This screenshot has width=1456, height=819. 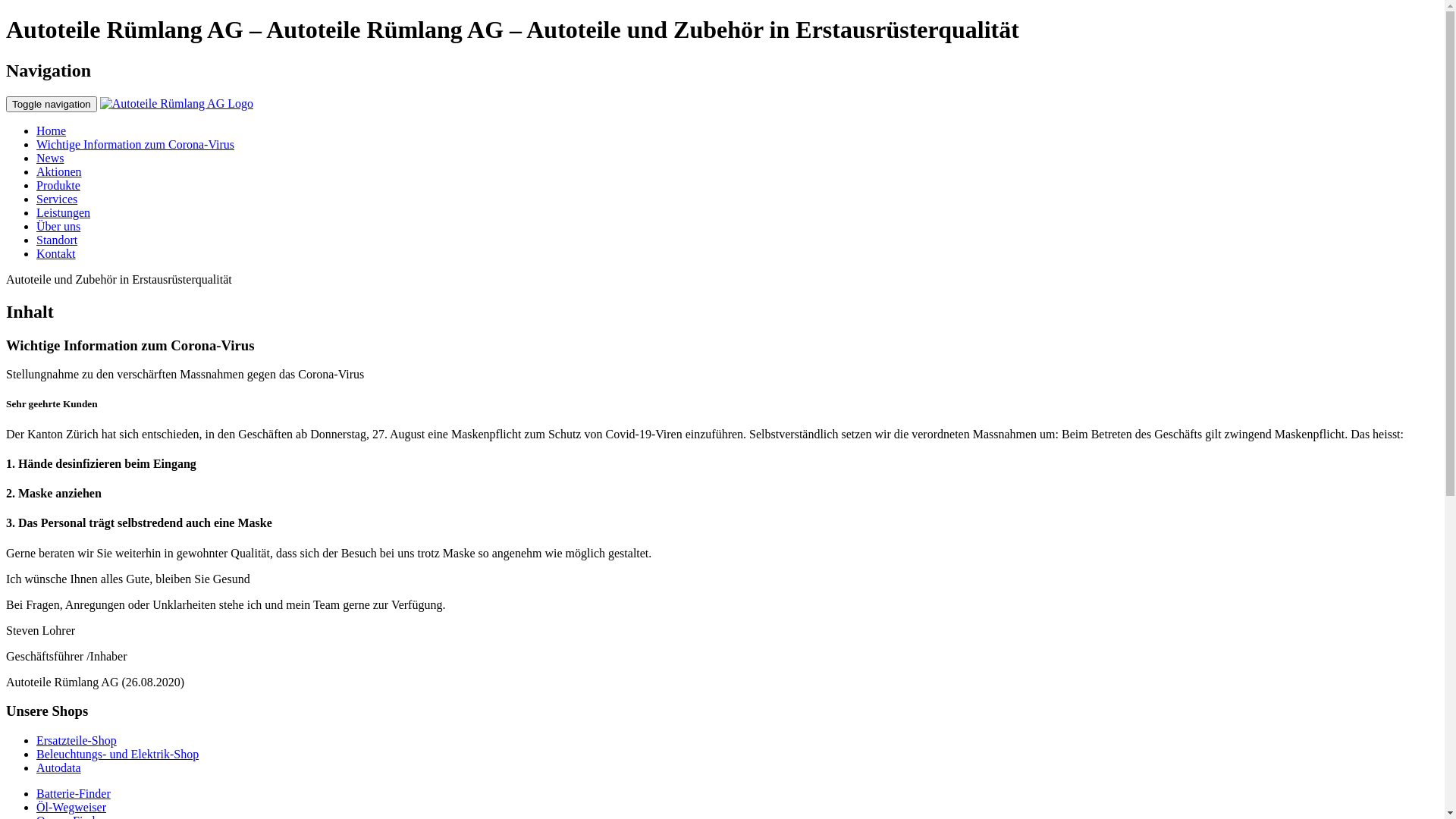 What do you see at coordinates (51, 103) in the screenshot?
I see `'Toggle navigation'` at bounding box center [51, 103].